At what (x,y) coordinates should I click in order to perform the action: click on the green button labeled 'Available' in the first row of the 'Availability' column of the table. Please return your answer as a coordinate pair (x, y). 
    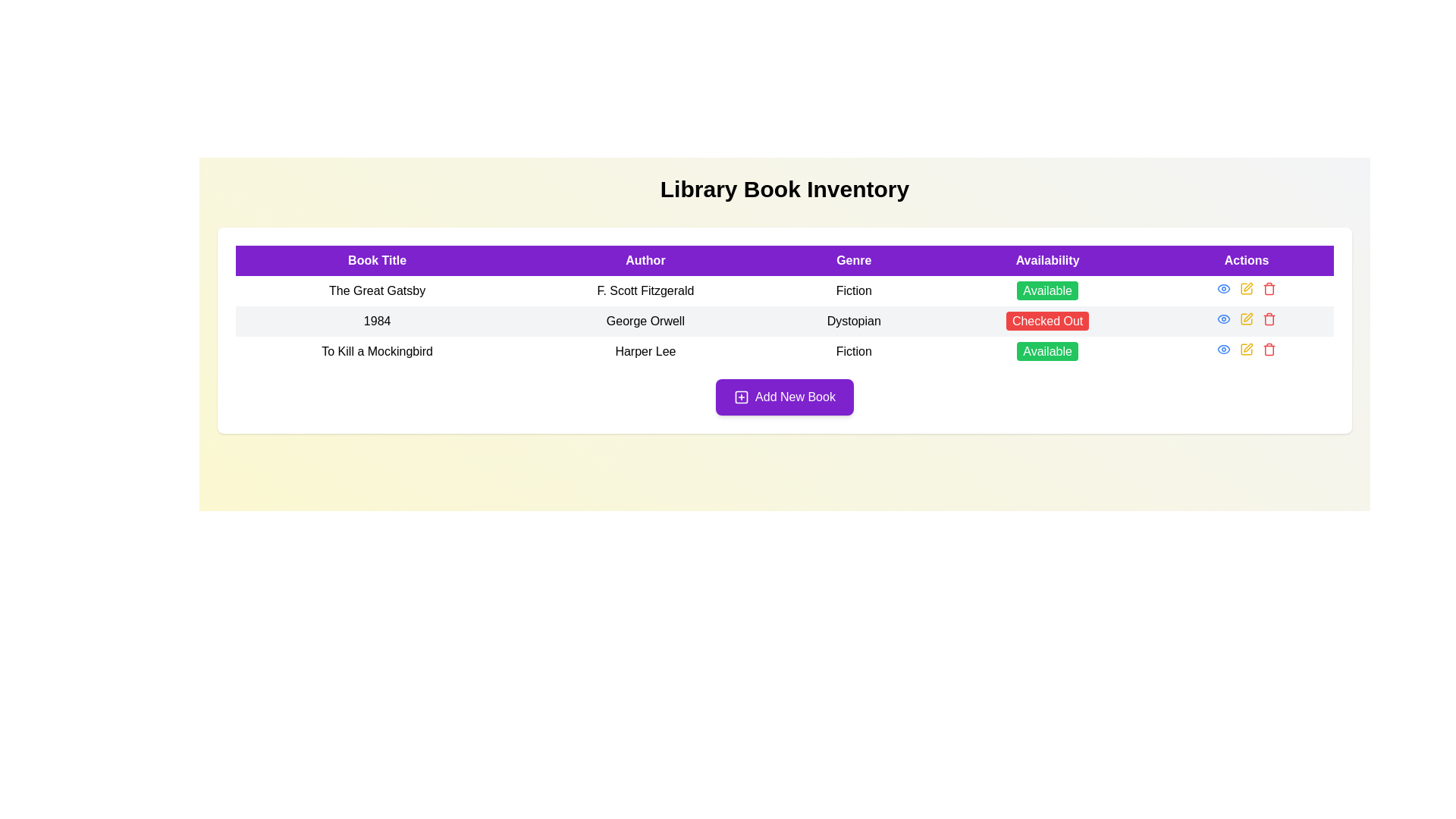
    Looking at the image, I should click on (1046, 290).